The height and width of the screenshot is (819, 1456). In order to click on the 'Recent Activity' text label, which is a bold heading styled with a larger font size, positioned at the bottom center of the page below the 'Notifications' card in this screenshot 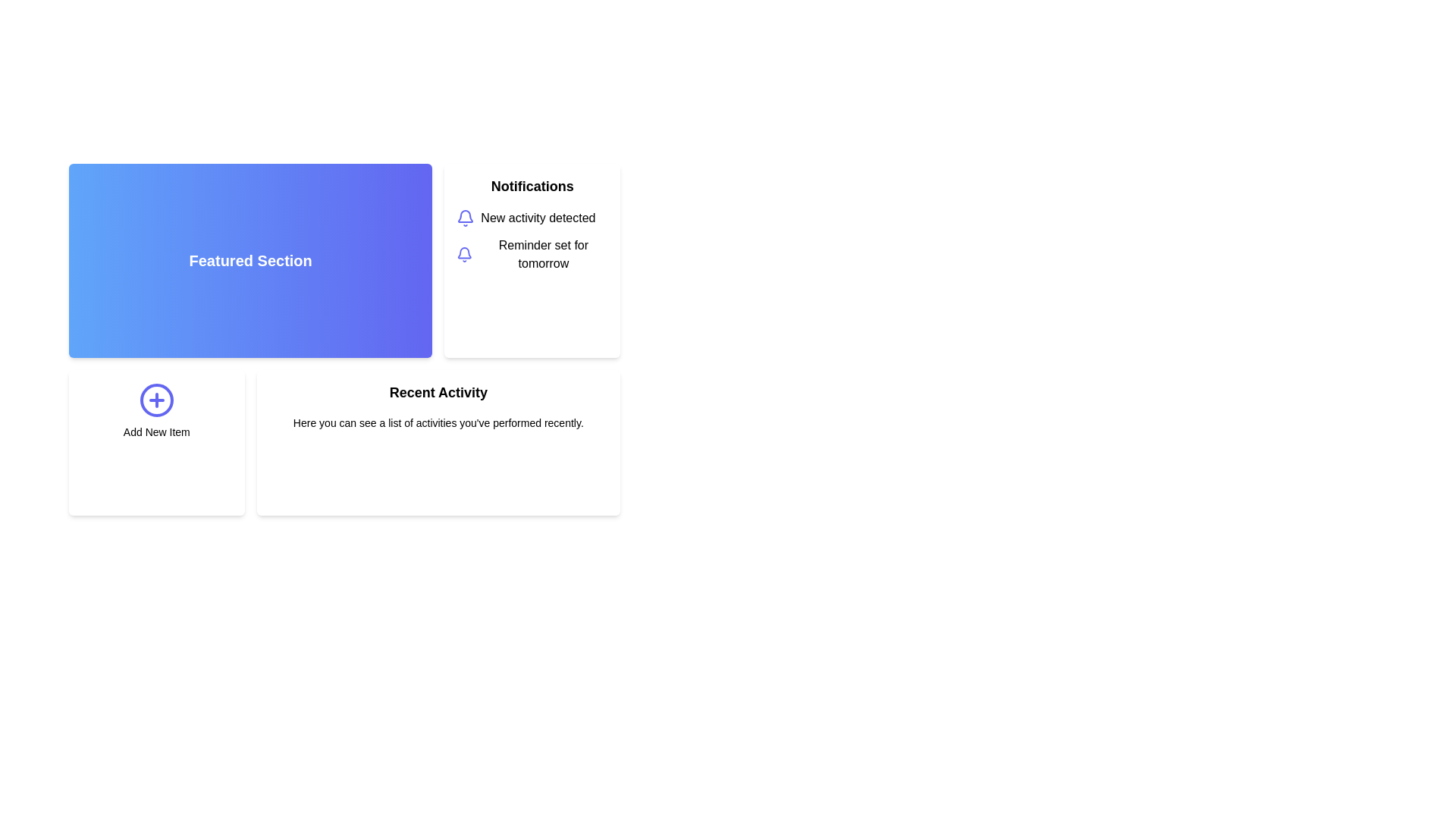, I will do `click(438, 391)`.